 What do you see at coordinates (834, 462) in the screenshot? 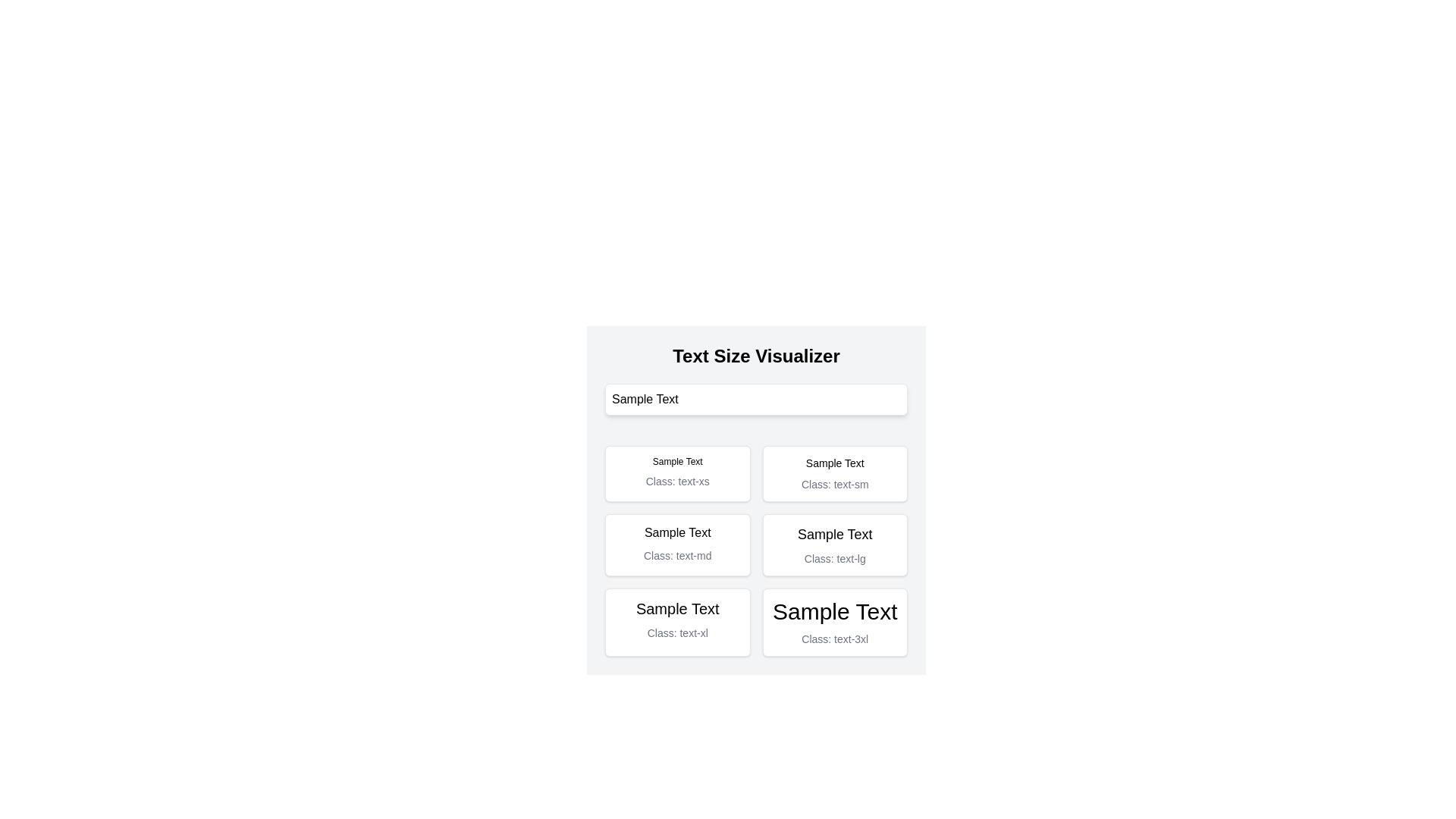
I see `the text element styled with a small font located in the first row of the second column, above the 'Class: text-sm' text` at bounding box center [834, 462].